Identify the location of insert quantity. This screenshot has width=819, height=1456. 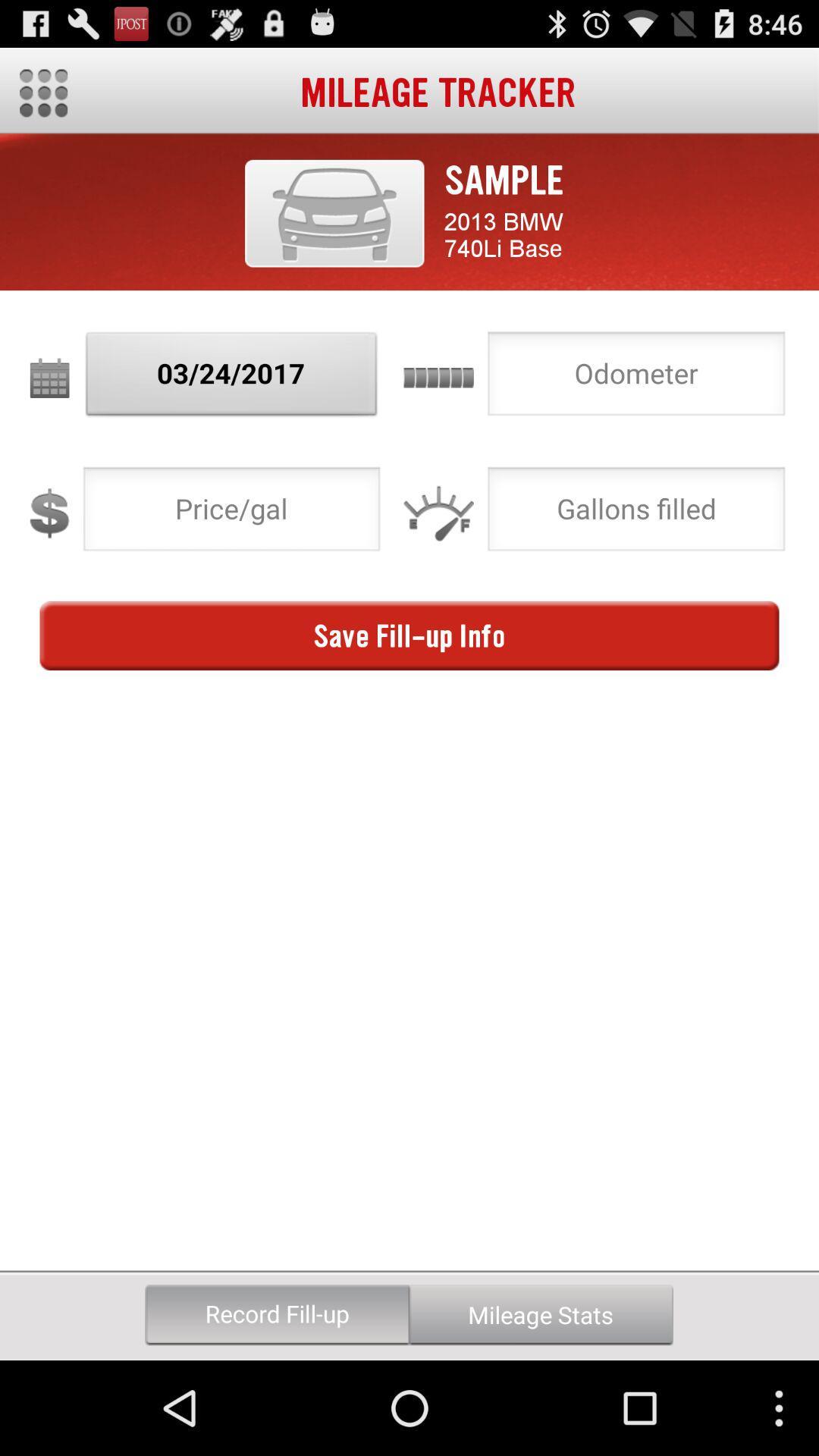
(636, 513).